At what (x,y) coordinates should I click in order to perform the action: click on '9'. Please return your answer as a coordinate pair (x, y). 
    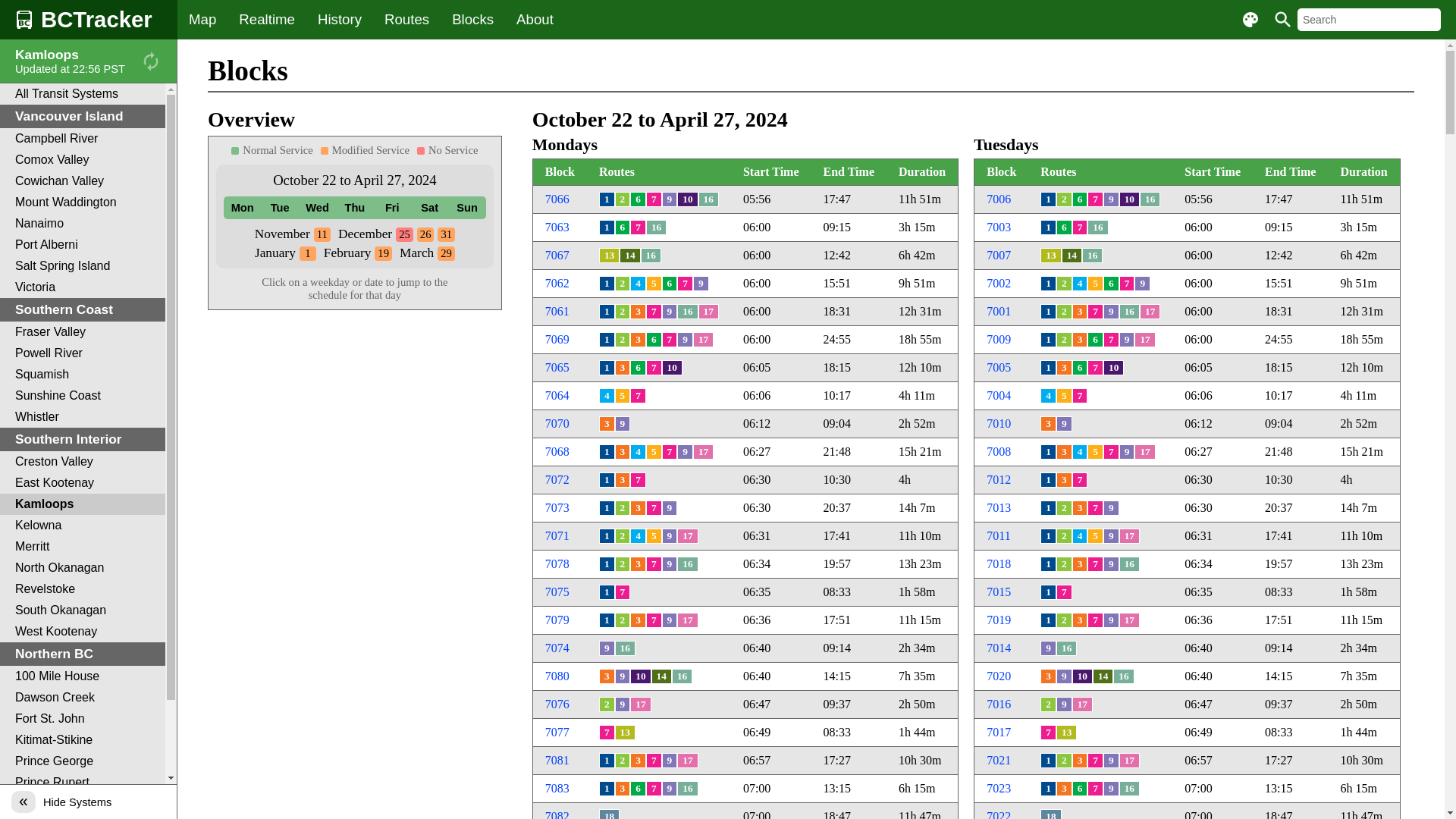
    Looking at the image, I should click on (669, 311).